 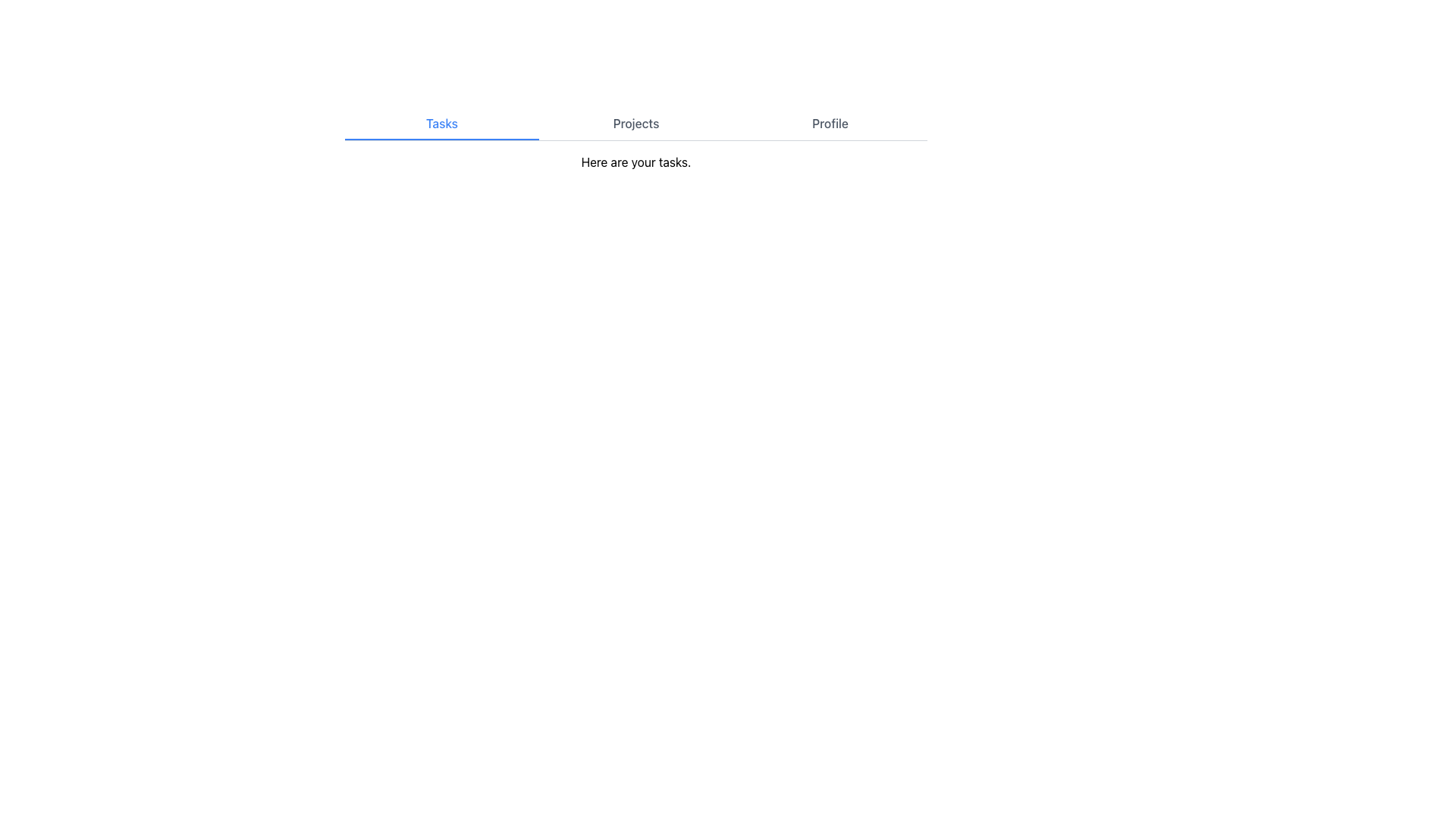 I want to click on the Text Label displaying 'Here are your tasks.' which is located below the navigation tabs, so click(x=636, y=162).